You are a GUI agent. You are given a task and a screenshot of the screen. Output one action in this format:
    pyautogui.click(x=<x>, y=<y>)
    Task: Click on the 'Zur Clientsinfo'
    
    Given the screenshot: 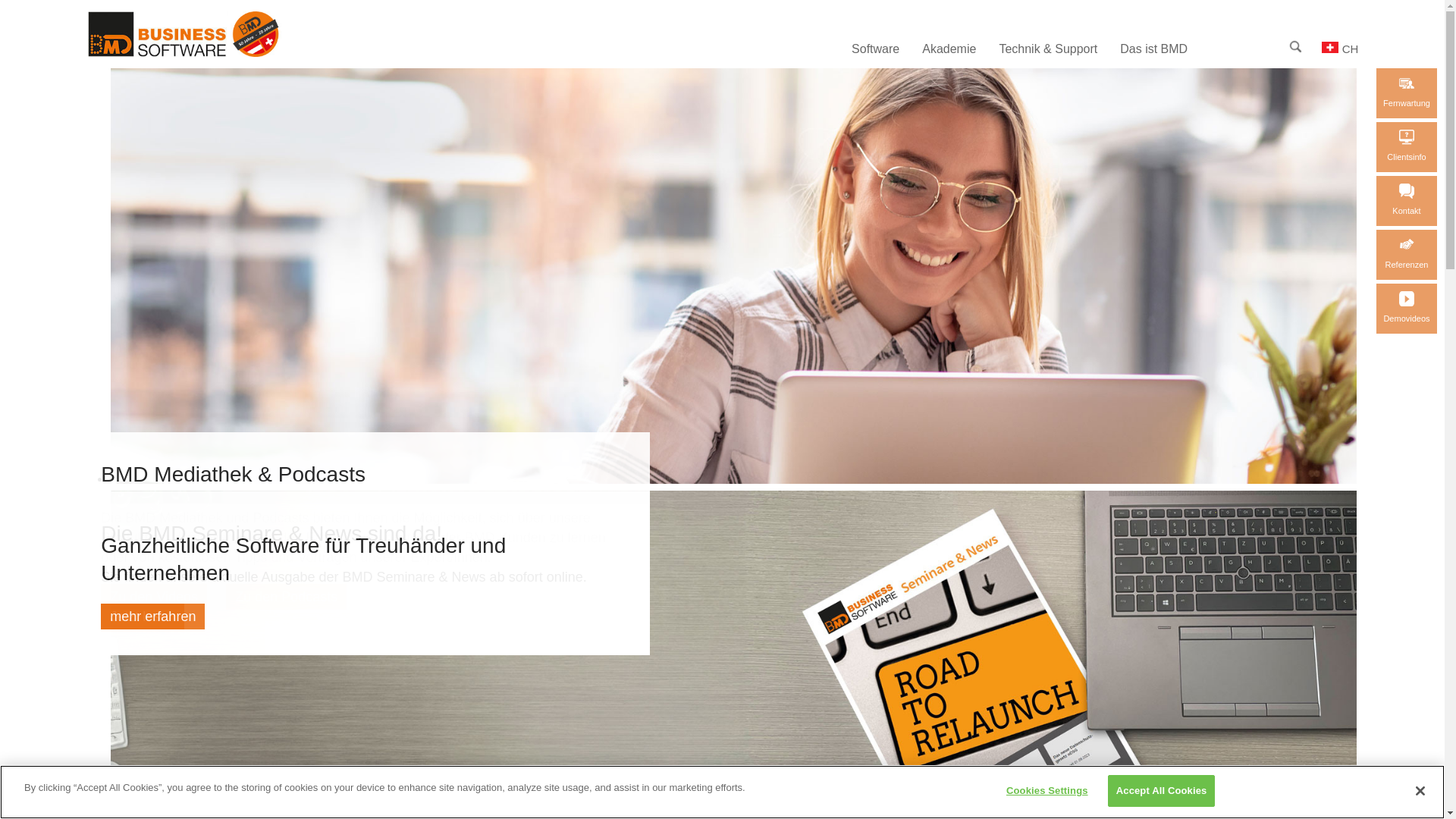 What is the action you would take?
    pyautogui.click(x=1398, y=137)
    